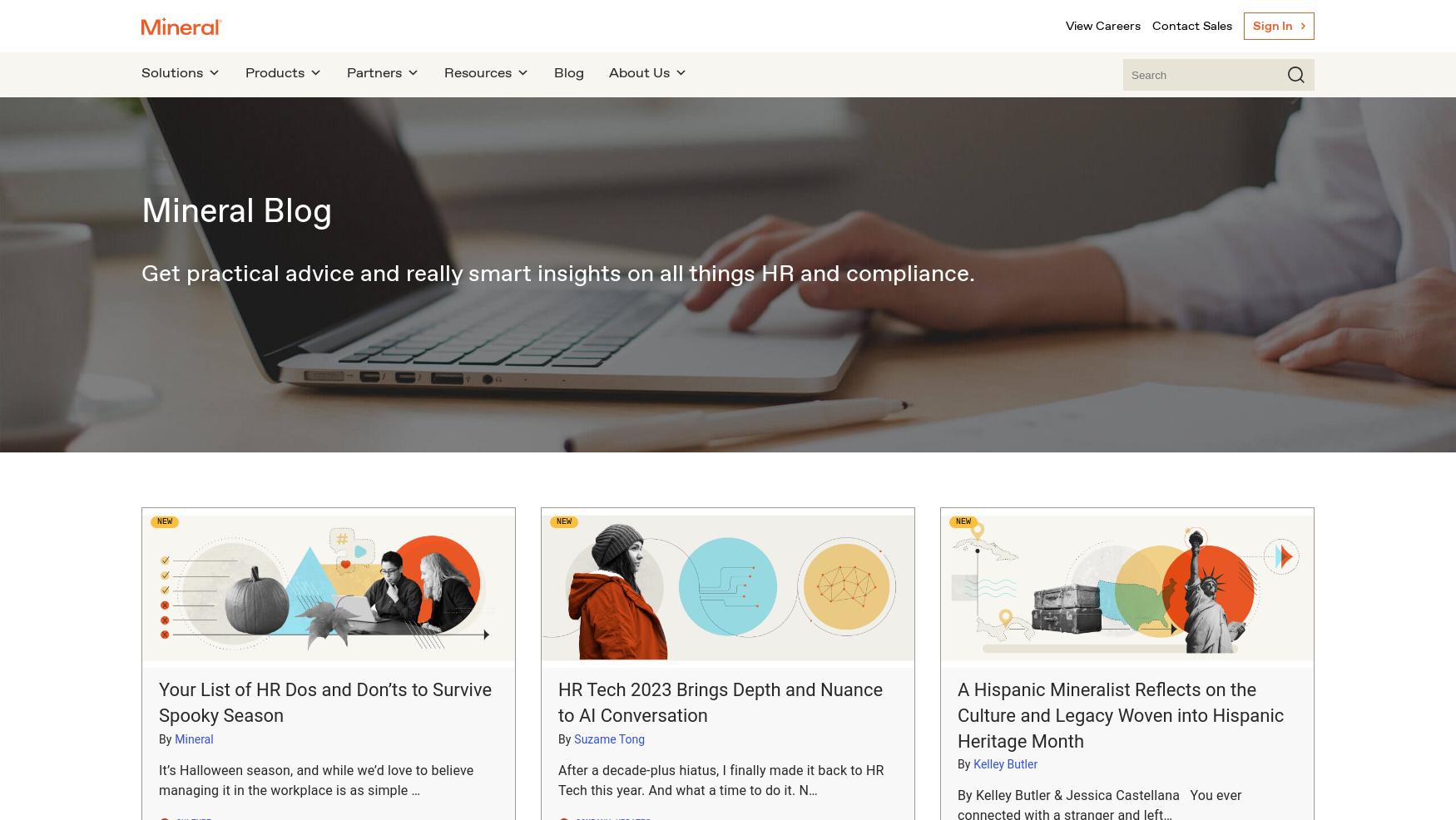  What do you see at coordinates (1005, 763) in the screenshot?
I see `'Kelley Butler'` at bounding box center [1005, 763].